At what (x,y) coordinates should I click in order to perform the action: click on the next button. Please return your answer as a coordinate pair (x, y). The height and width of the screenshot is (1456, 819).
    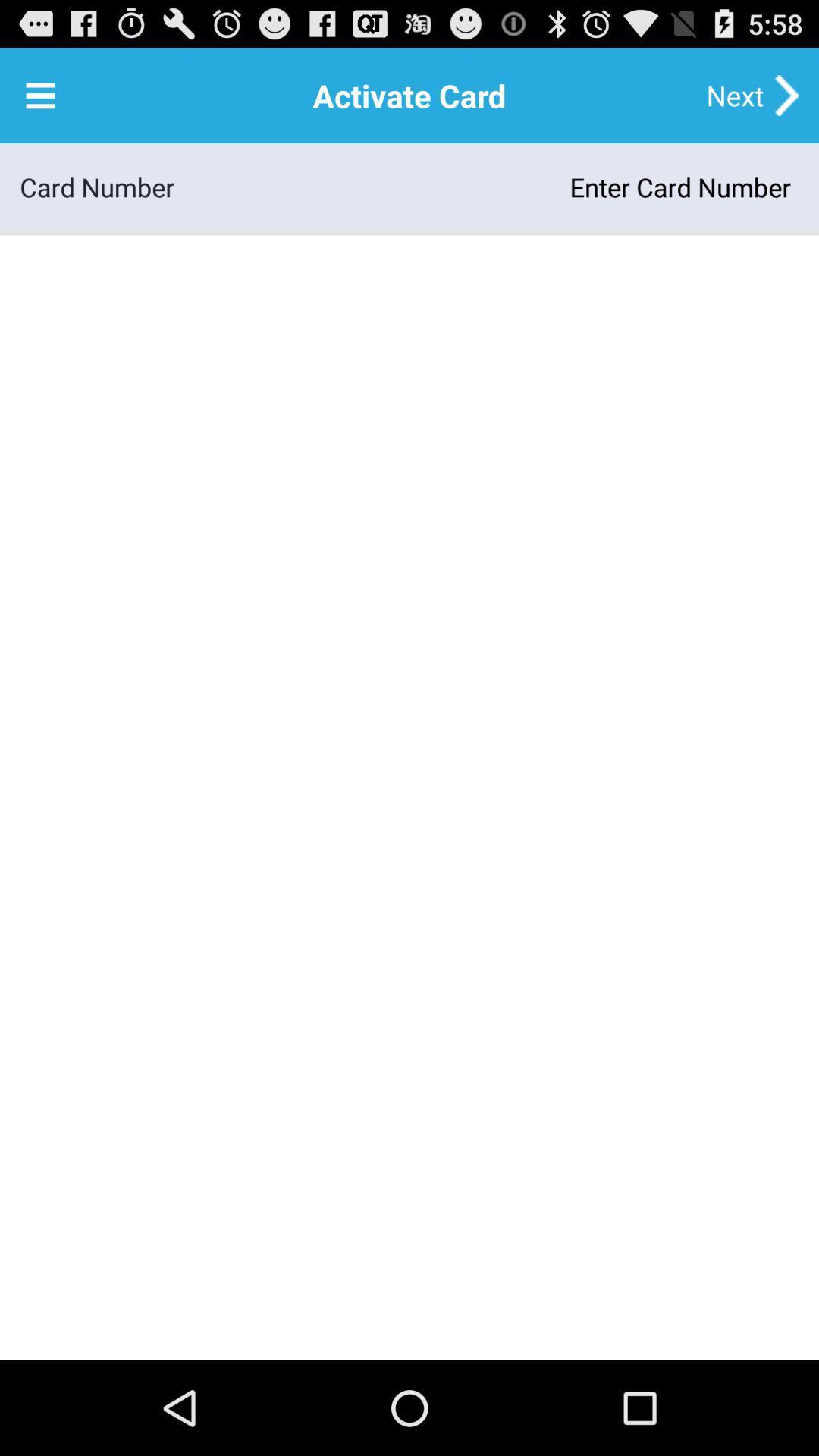
    Looking at the image, I should click on (734, 94).